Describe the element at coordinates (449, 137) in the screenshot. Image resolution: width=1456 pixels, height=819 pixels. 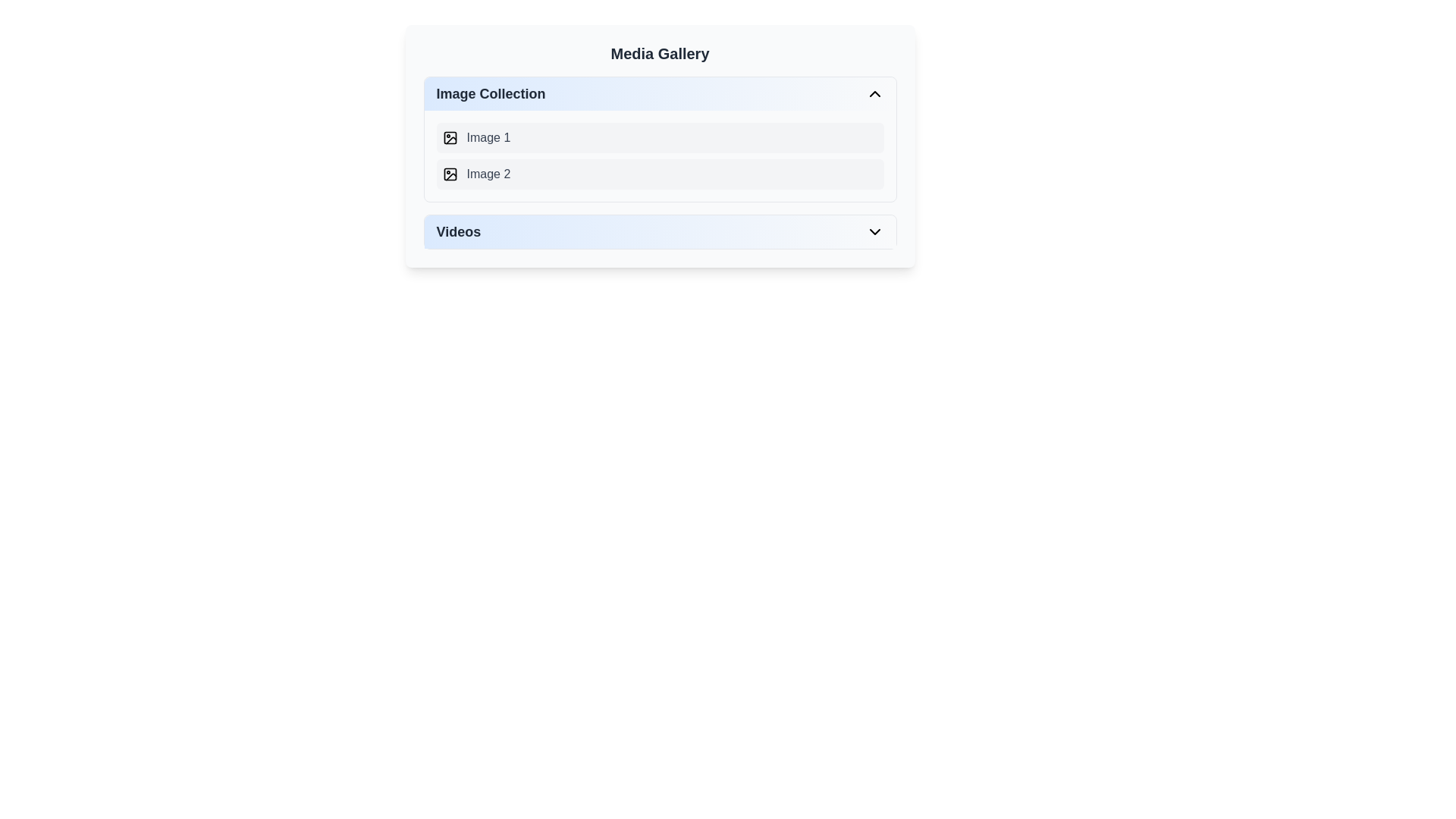
I see `the image placeholder icon, which is the first icon to the left of the text 'Image 1' in the 'Image Collection' section of the 'Media Gallery' interface` at that location.